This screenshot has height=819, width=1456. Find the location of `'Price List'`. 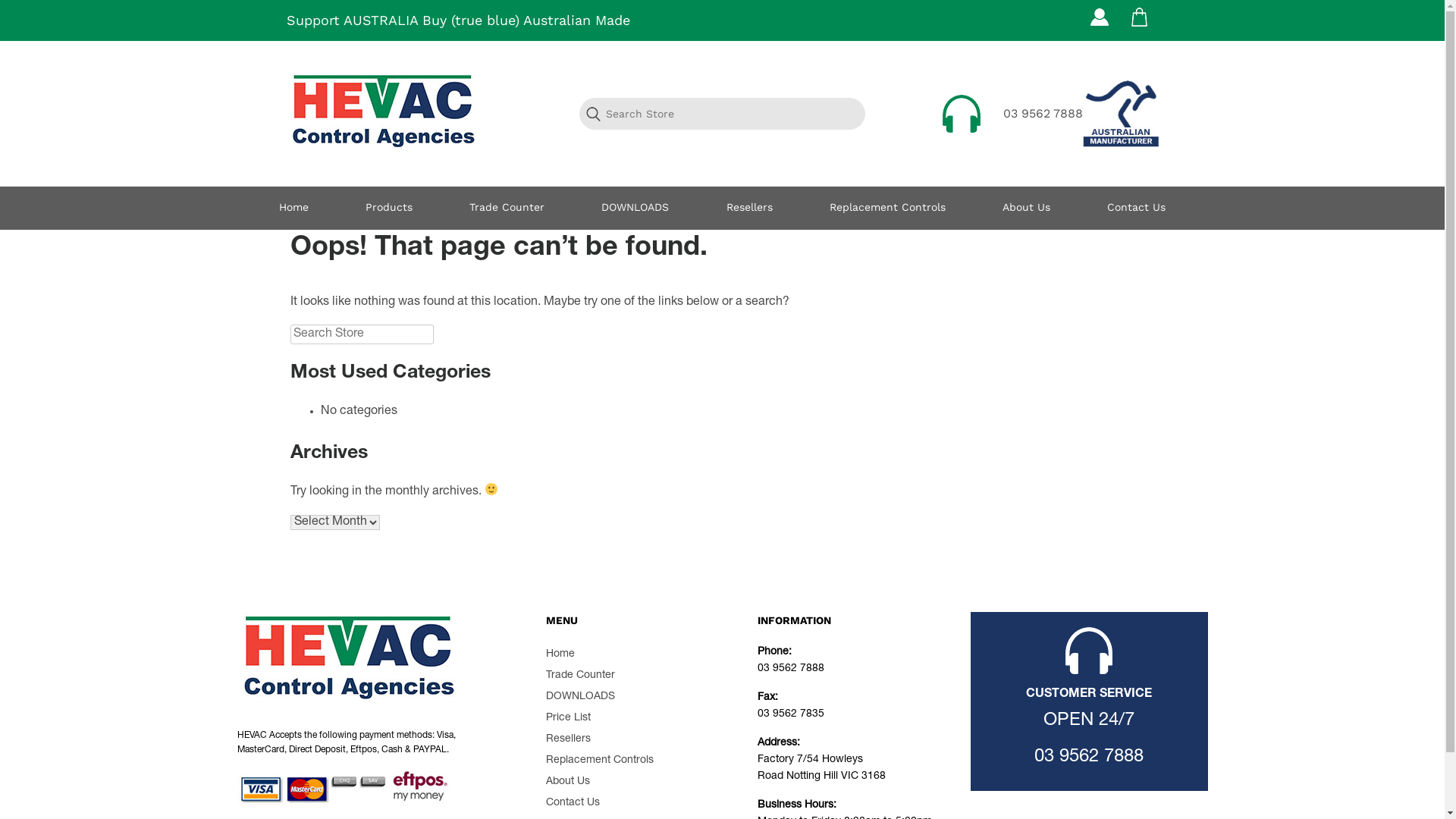

'Price List' is located at coordinates (567, 717).